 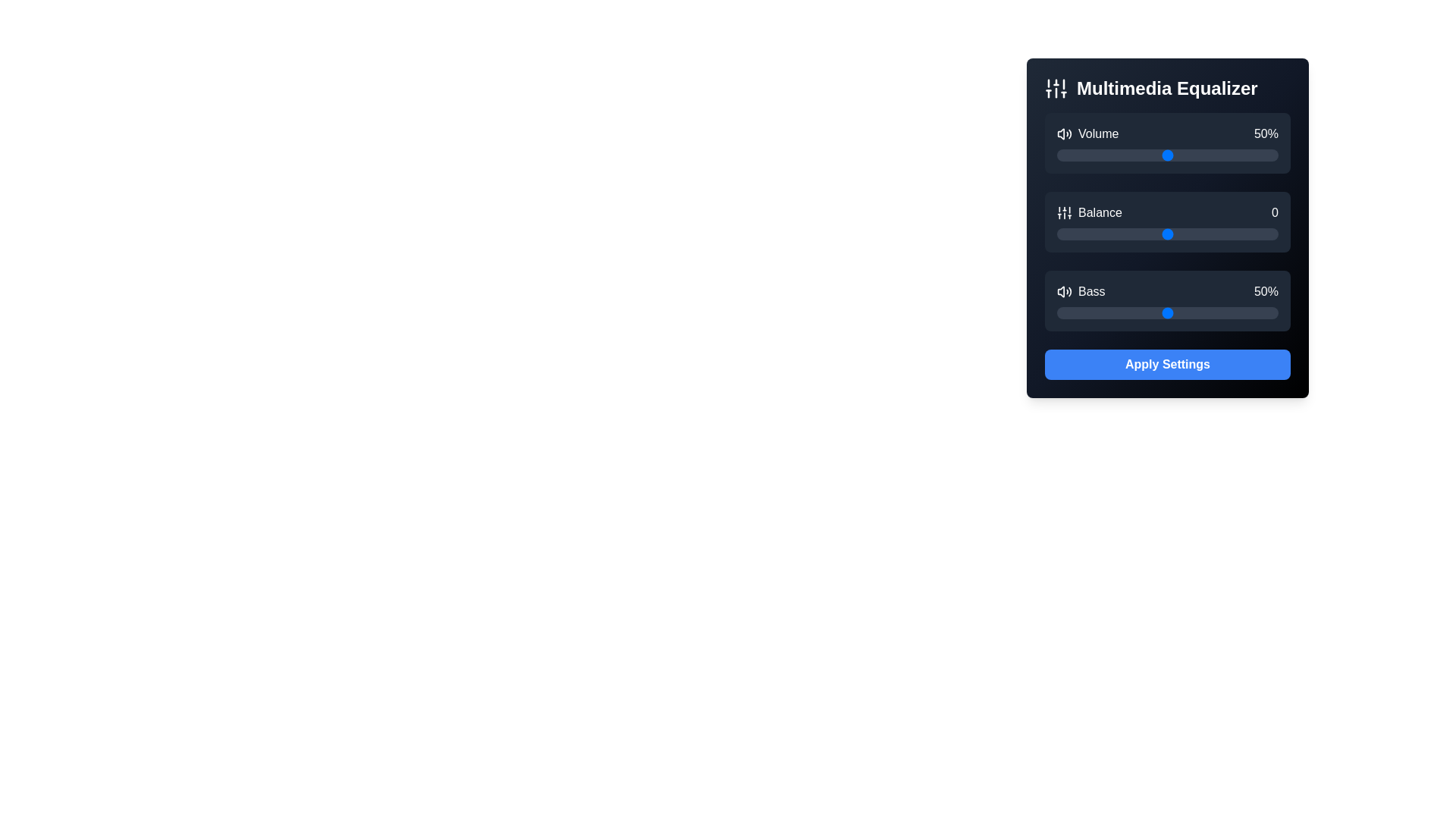 I want to click on the bass level, so click(x=1209, y=312).